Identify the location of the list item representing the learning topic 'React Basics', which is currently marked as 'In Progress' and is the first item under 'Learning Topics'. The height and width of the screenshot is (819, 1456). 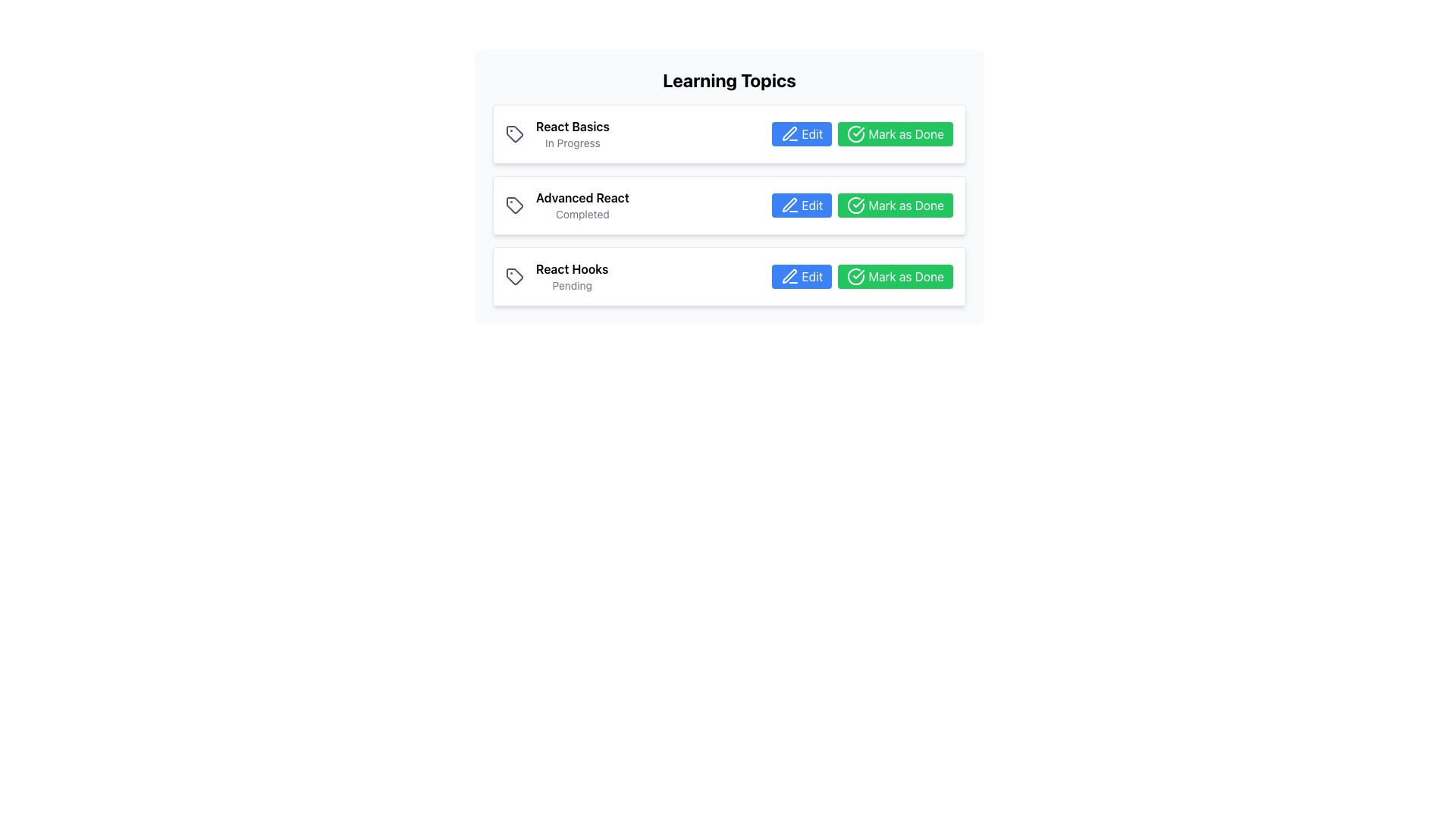
(557, 133).